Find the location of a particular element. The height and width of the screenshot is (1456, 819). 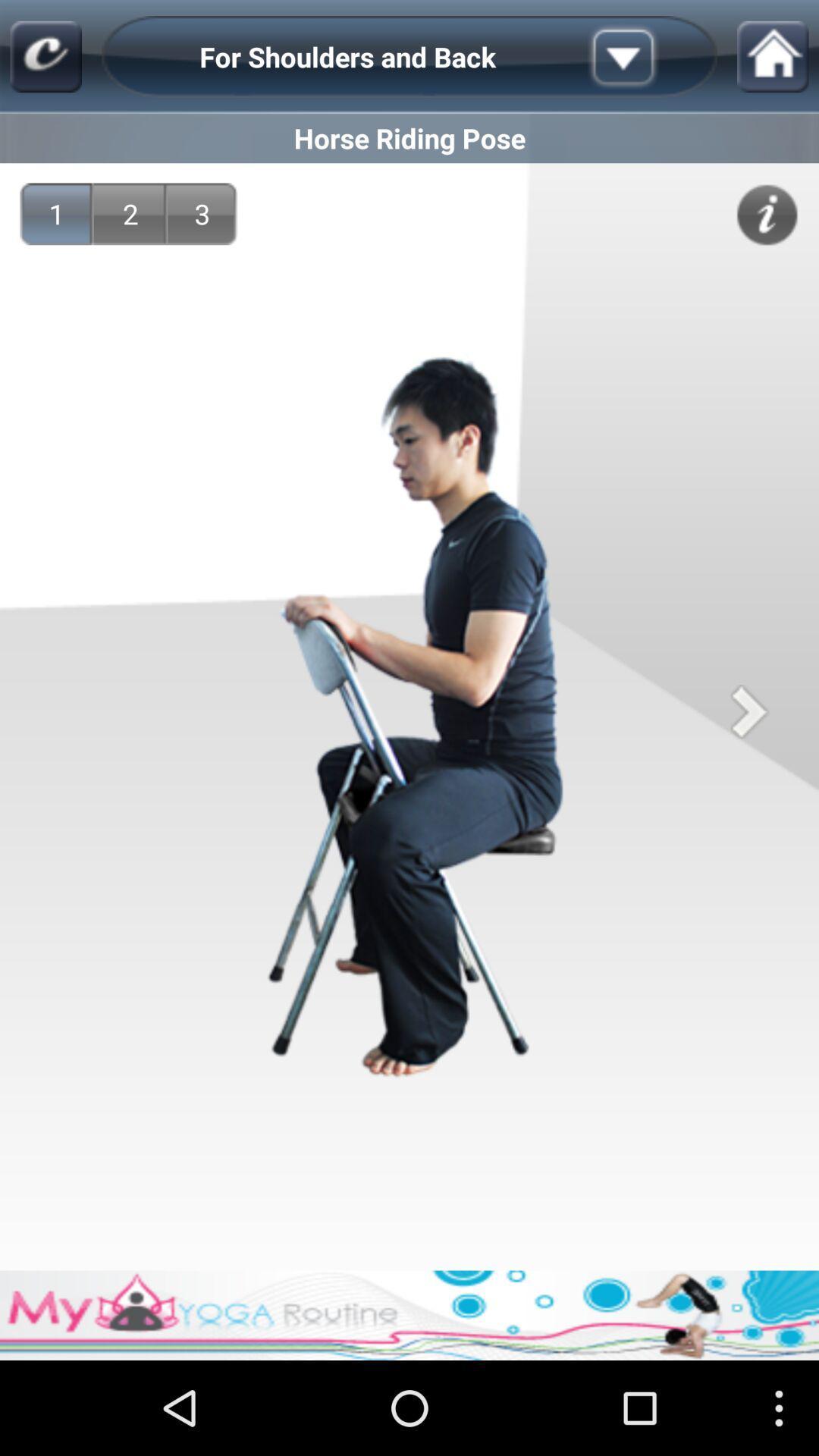

2 app is located at coordinates (130, 213).